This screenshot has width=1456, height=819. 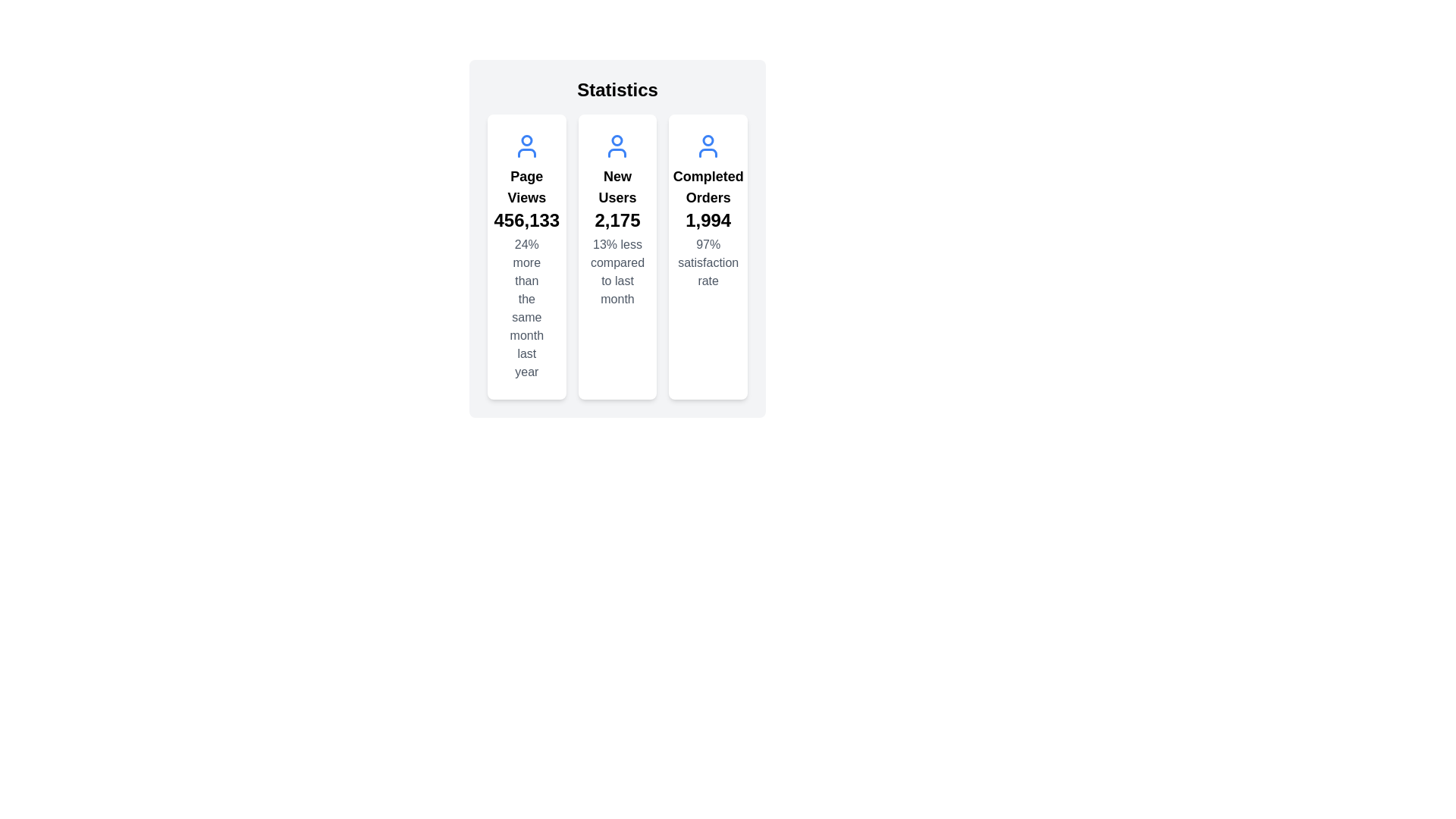 What do you see at coordinates (617, 146) in the screenshot?
I see `the New Users category icon, which is positioned at the top of the New Users card, centered above the text 'New Users', '2,175', and '13% less compared to last month'` at bounding box center [617, 146].